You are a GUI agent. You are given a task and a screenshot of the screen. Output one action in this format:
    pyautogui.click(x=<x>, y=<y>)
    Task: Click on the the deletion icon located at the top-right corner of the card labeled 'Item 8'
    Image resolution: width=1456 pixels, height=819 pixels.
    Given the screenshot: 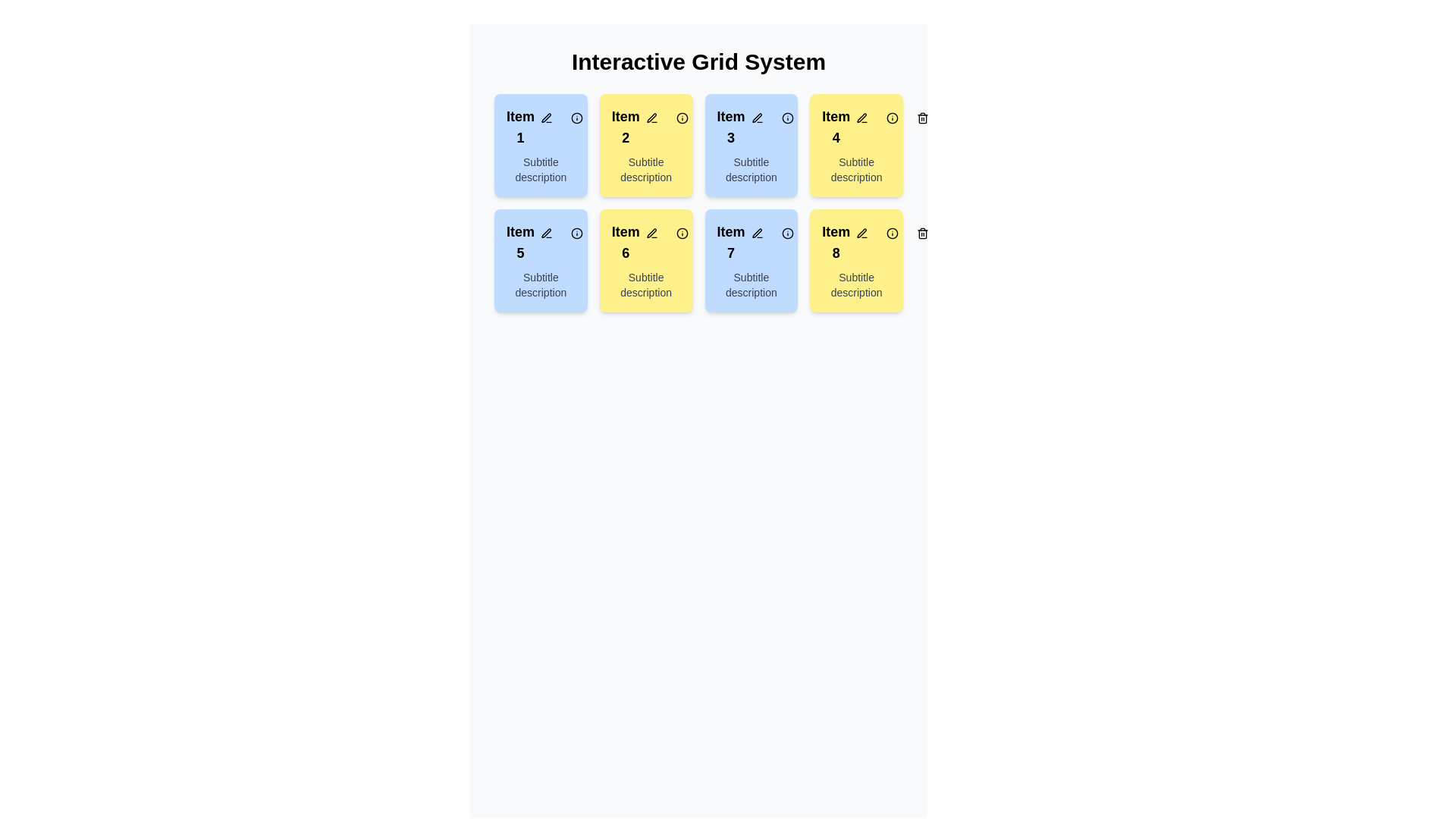 What is the action you would take?
    pyautogui.click(x=817, y=234)
    